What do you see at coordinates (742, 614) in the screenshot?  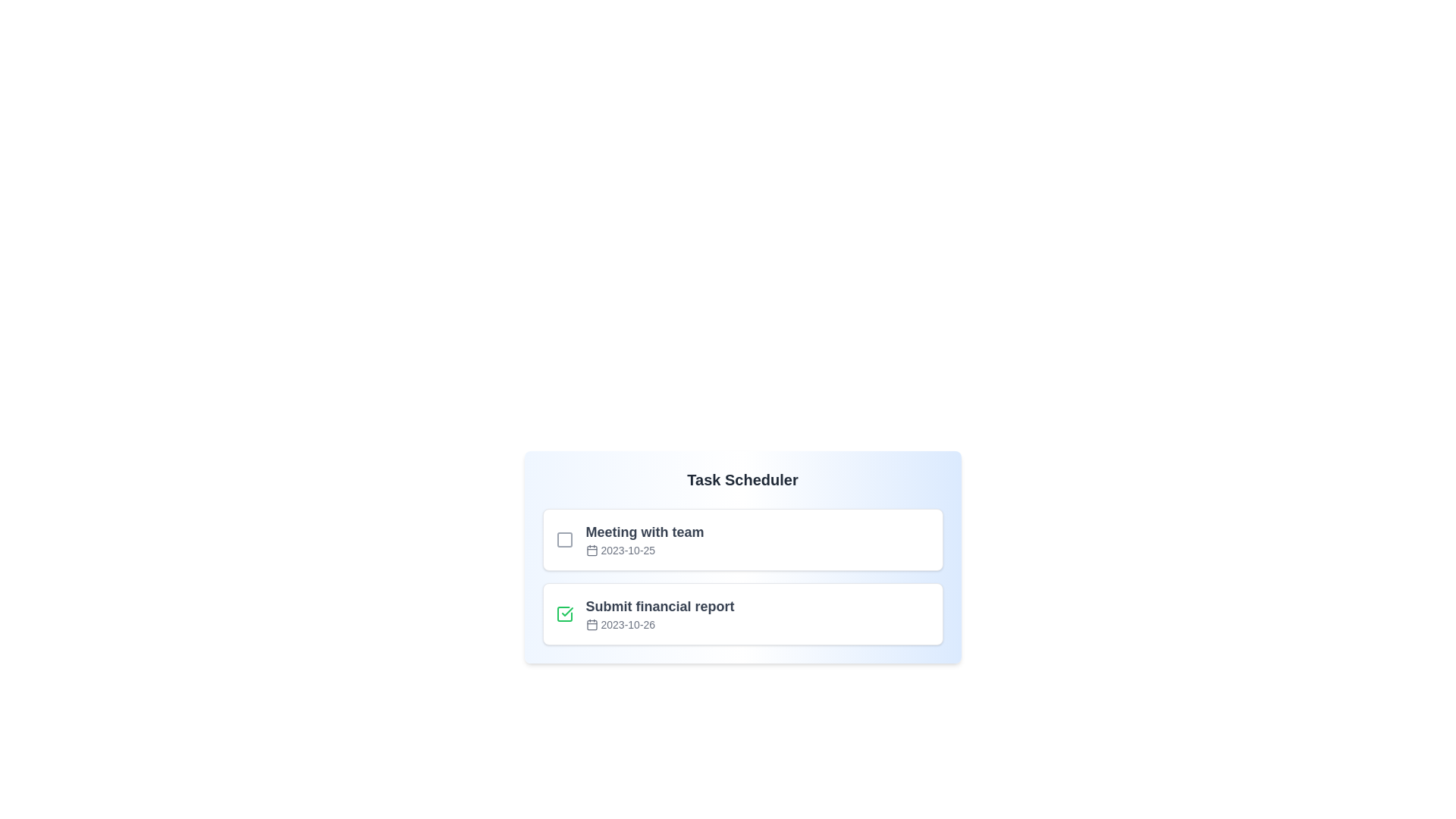 I see `the second task entry in the scheduler list, which details the task 'Submit financial report' and its due date '2023-10-26'` at bounding box center [742, 614].